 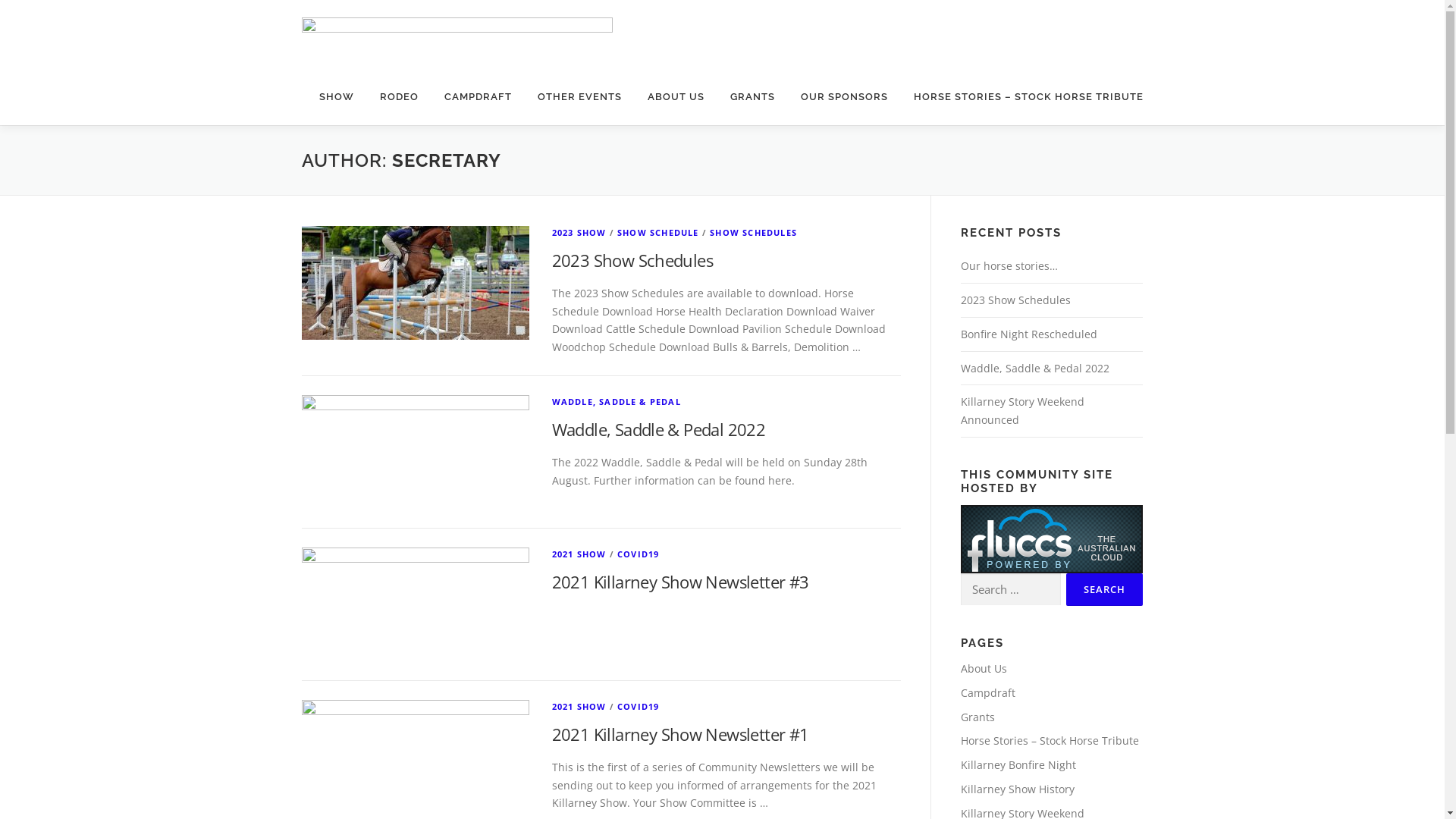 I want to click on 'SHOW', so click(x=305, y=96).